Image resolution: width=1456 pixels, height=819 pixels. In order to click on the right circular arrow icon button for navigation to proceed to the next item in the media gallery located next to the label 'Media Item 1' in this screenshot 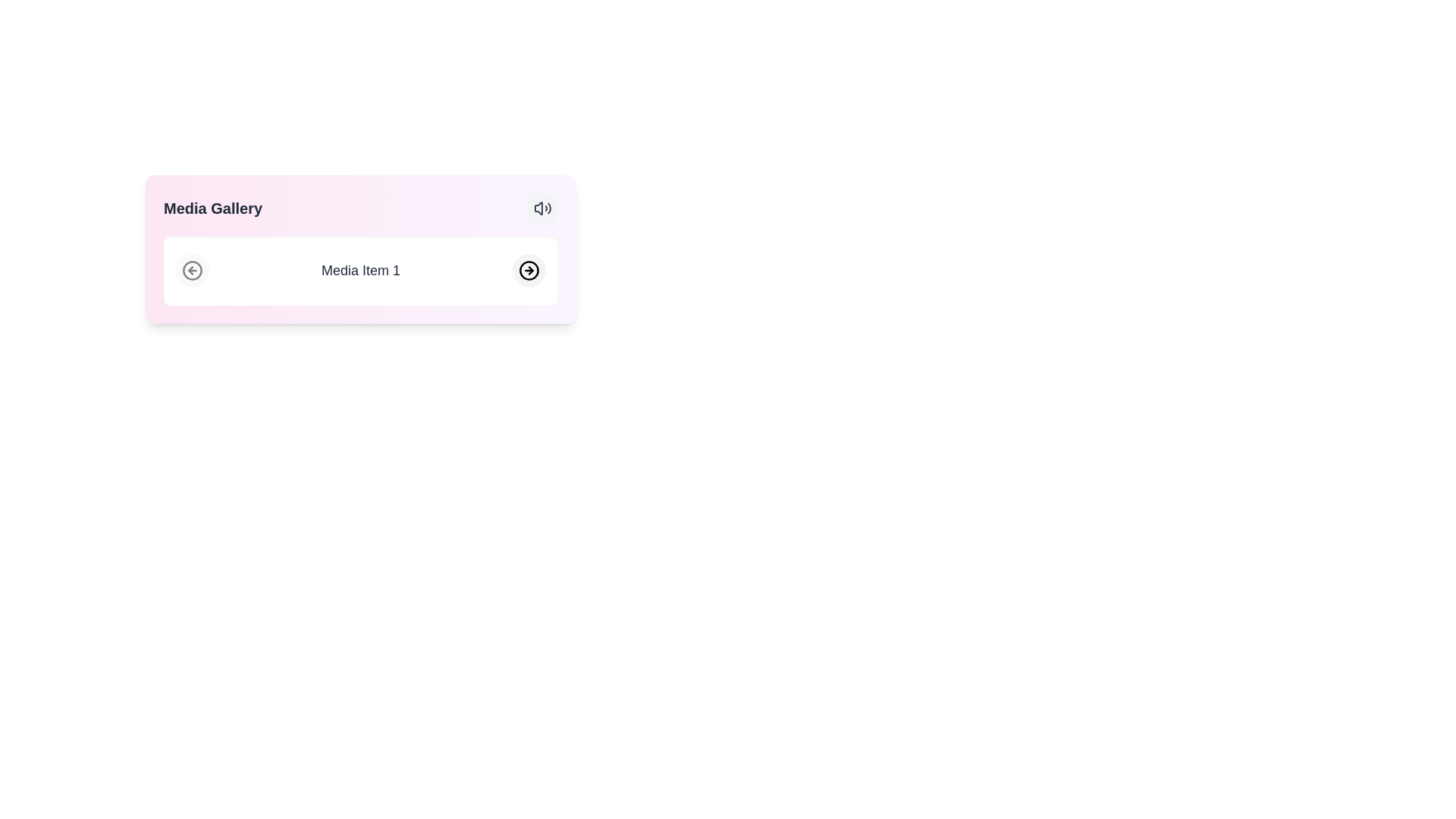, I will do `click(529, 270)`.